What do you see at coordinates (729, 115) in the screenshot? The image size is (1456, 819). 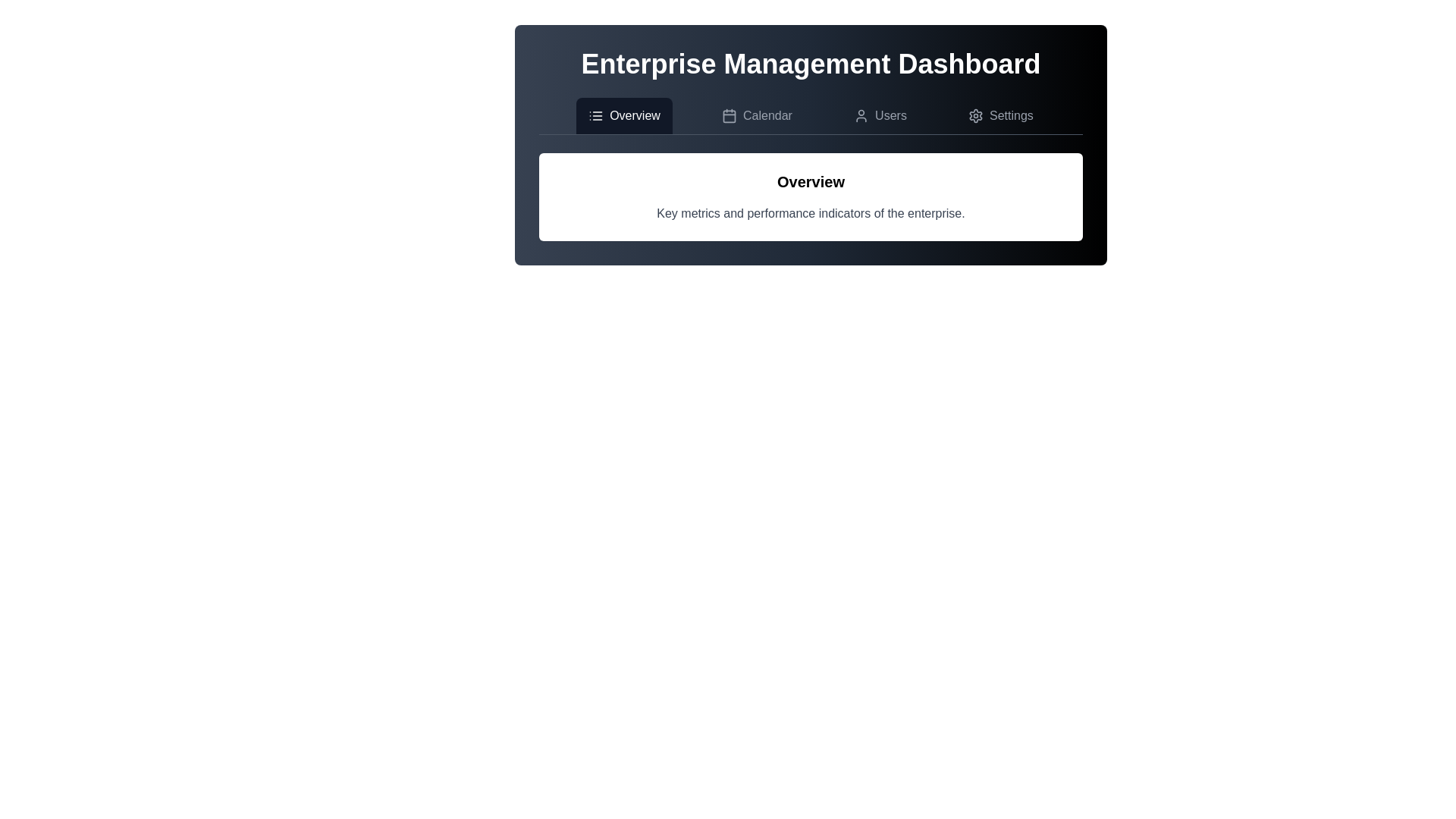 I see `the small calendar icon with a modern outline representation located on the dark navigation bar` at bounding box center [729, 115].